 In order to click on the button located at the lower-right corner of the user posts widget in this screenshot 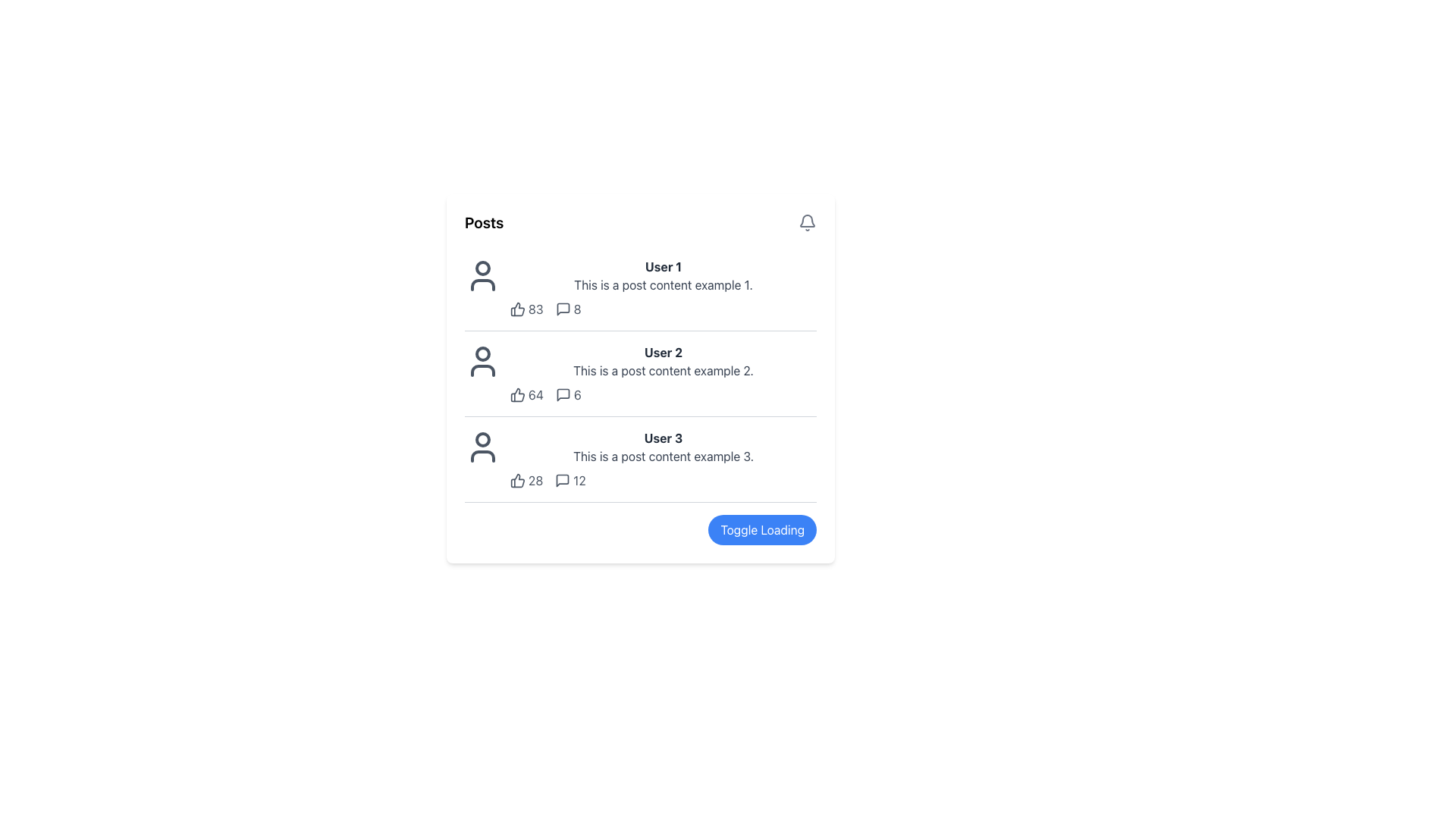, I will do `click(762, 529)`.